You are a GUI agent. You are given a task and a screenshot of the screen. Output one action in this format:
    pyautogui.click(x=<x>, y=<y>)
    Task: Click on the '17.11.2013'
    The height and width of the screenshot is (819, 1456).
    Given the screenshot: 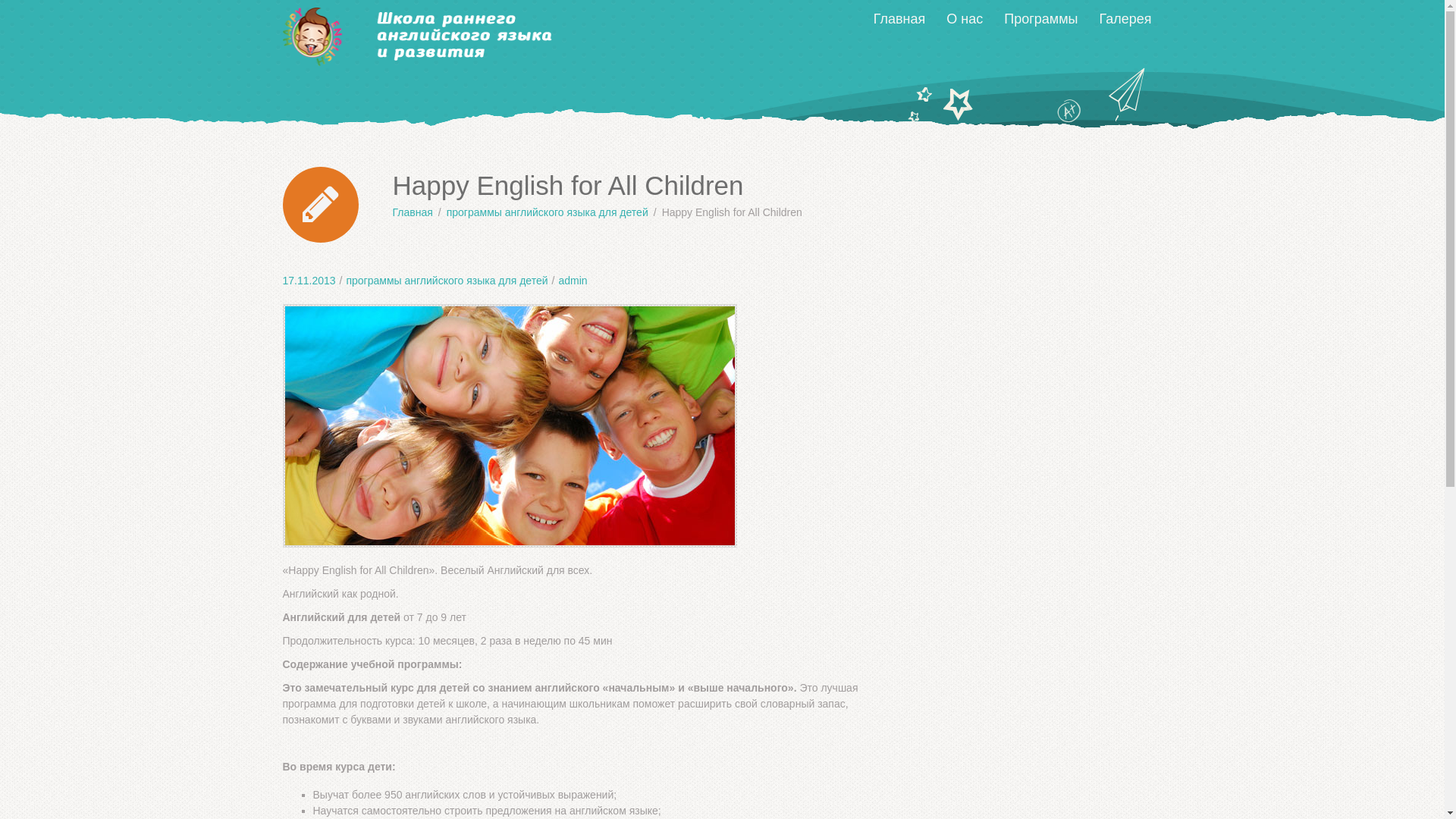 What is the action you would take?
    pyautogui.click(x=282, y=281)
    